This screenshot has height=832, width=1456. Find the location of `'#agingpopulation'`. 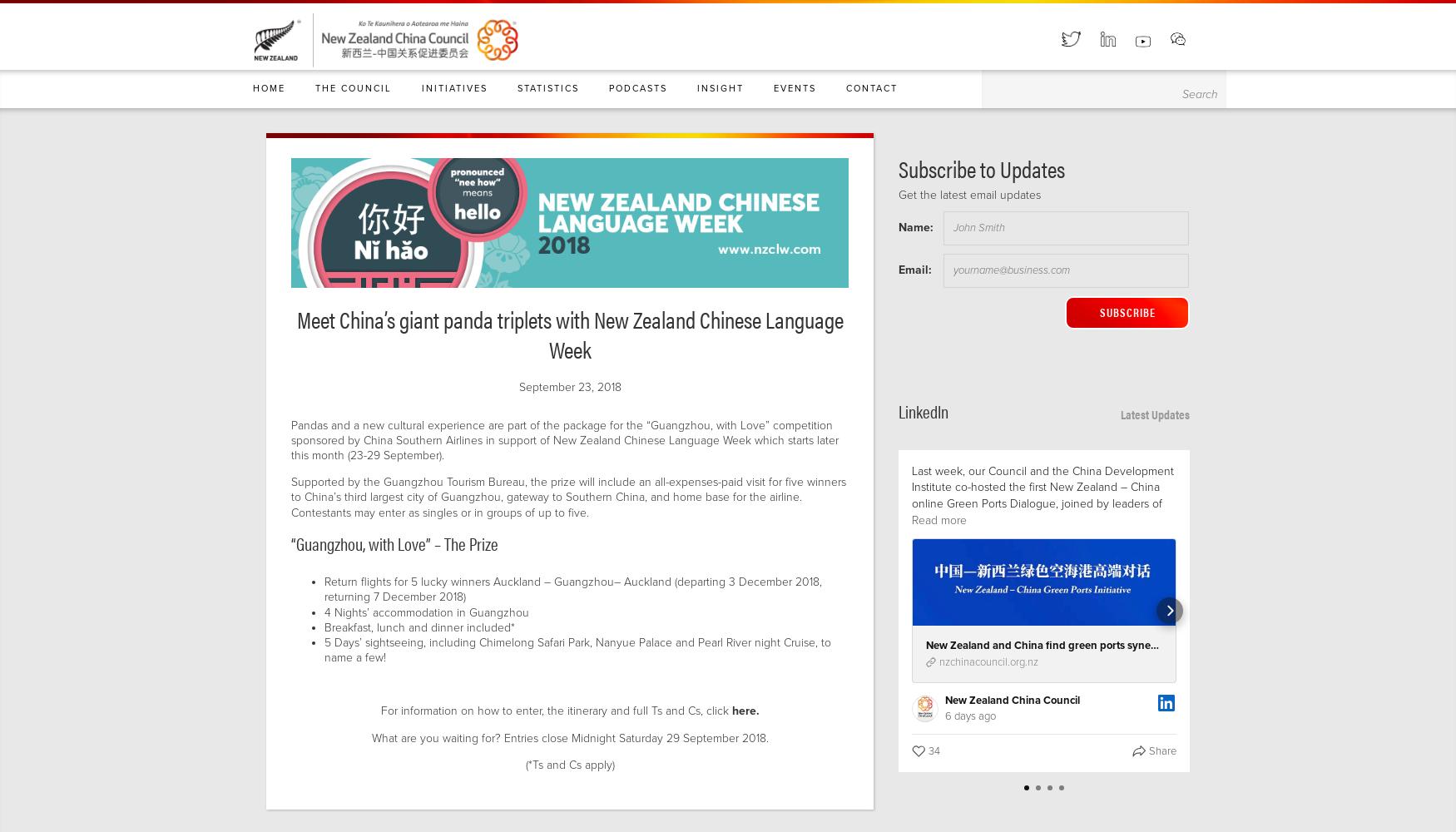

'#agingpopulation' is located at coordinates (1352, 747).